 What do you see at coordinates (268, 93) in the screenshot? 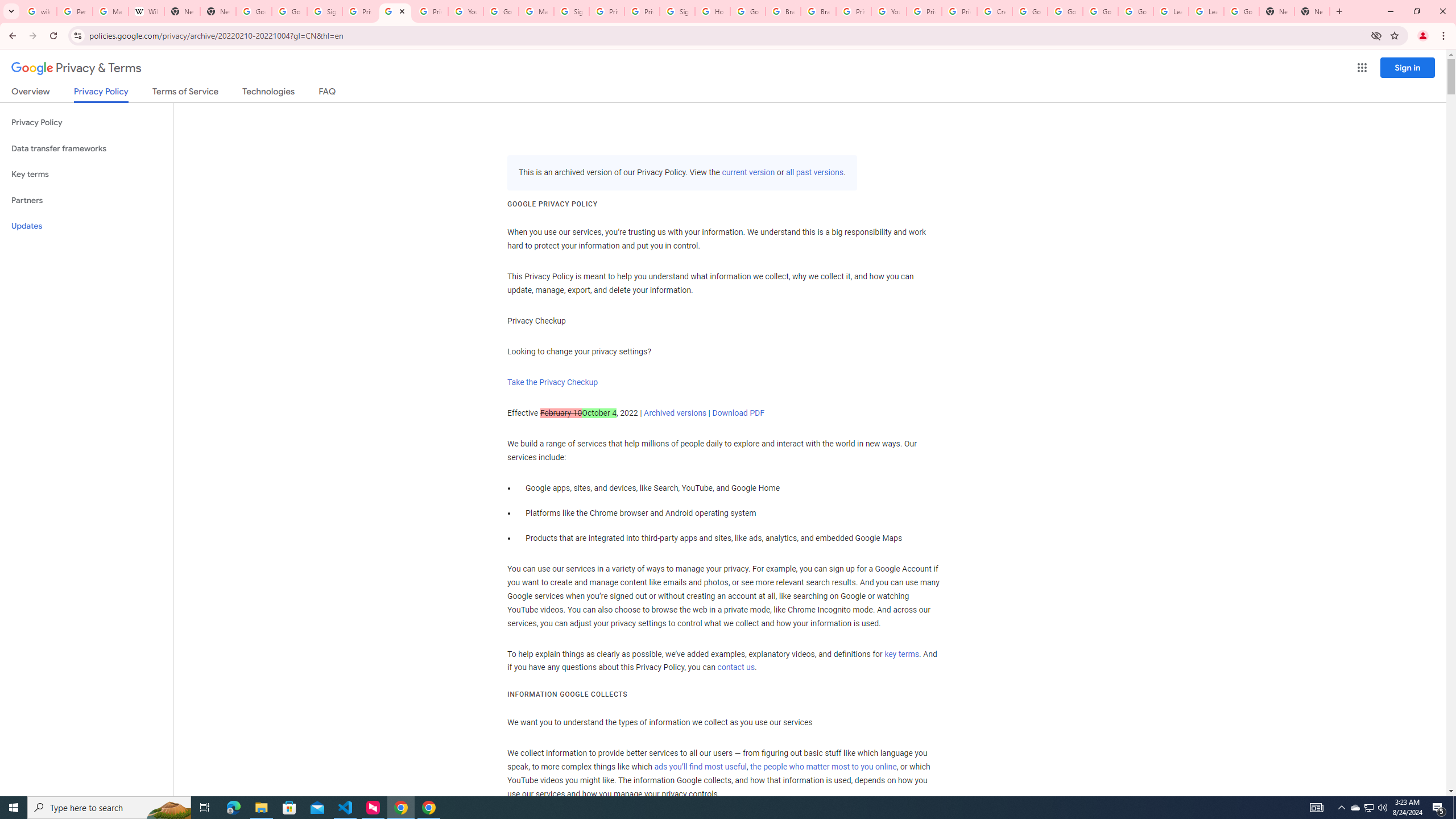
I see `'Technologies'` at bounding box center [268, 93].